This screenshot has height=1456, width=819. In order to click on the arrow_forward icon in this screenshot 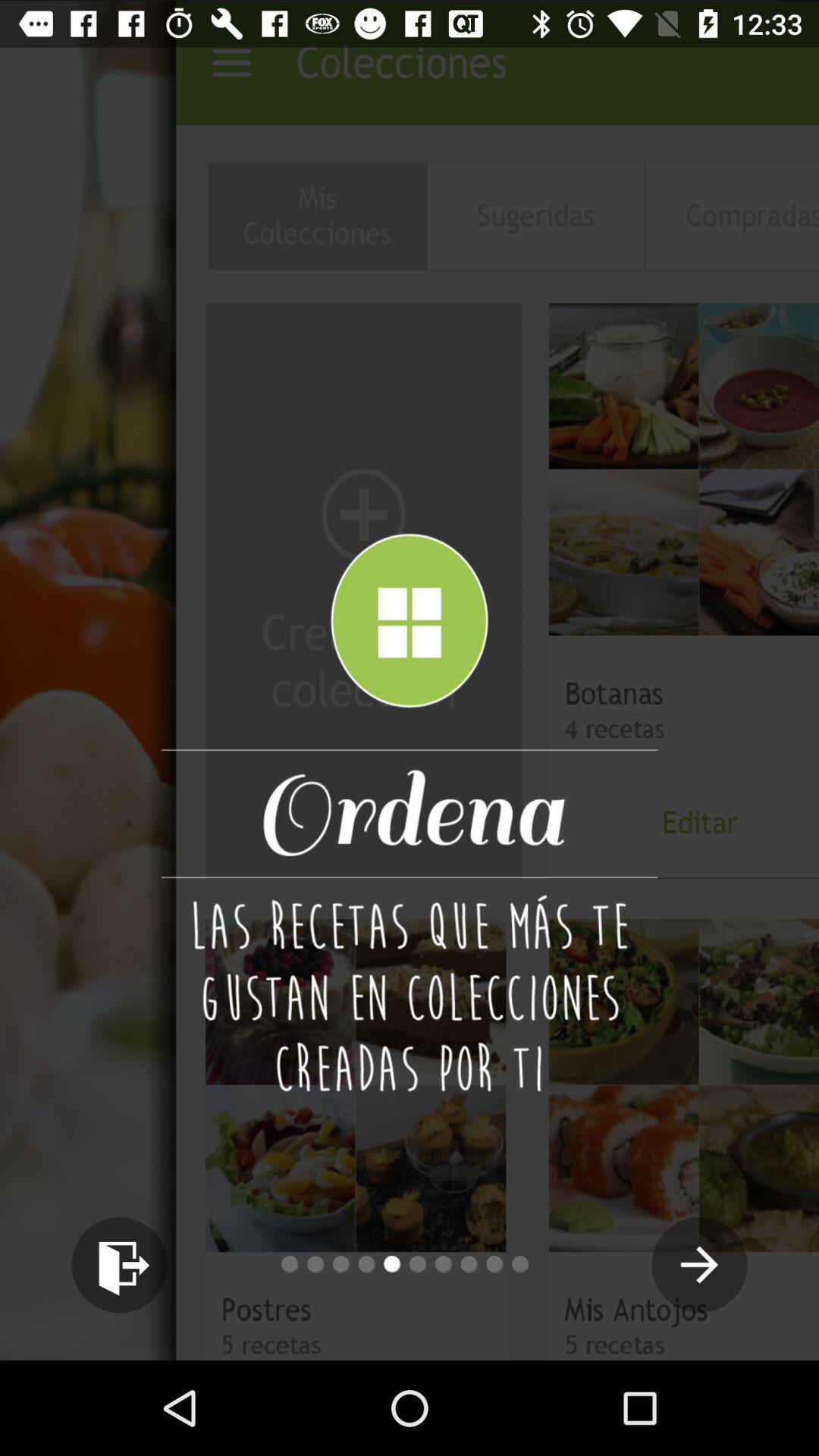, I will do `click(699, 1264)`.